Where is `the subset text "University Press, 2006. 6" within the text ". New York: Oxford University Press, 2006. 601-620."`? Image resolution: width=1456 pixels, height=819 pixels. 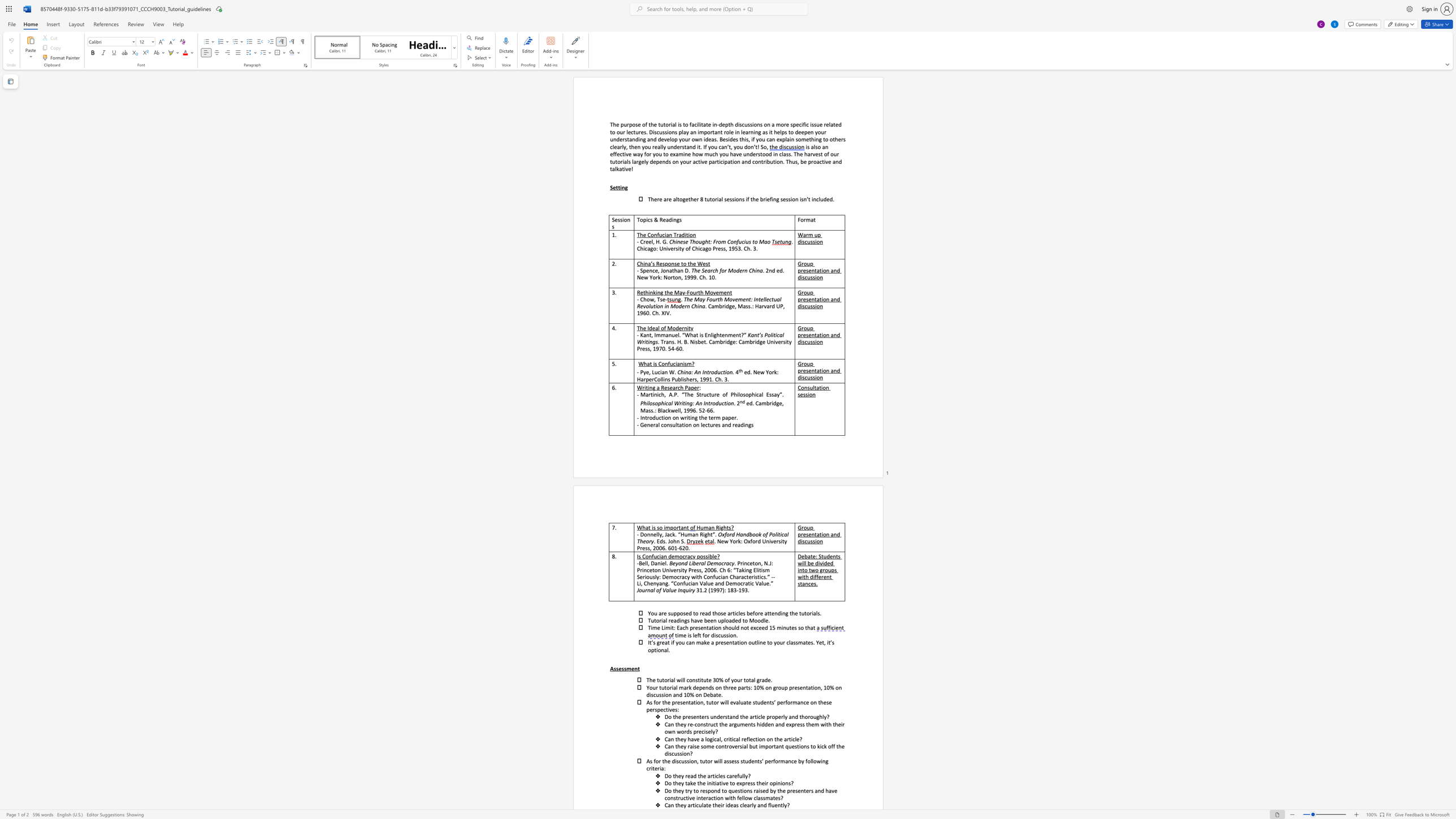
the subset text "University Press, 2006. 6" within the text ". New York: Oxford University Press, 2006. 601-620." is located at coordinates (762, 540).